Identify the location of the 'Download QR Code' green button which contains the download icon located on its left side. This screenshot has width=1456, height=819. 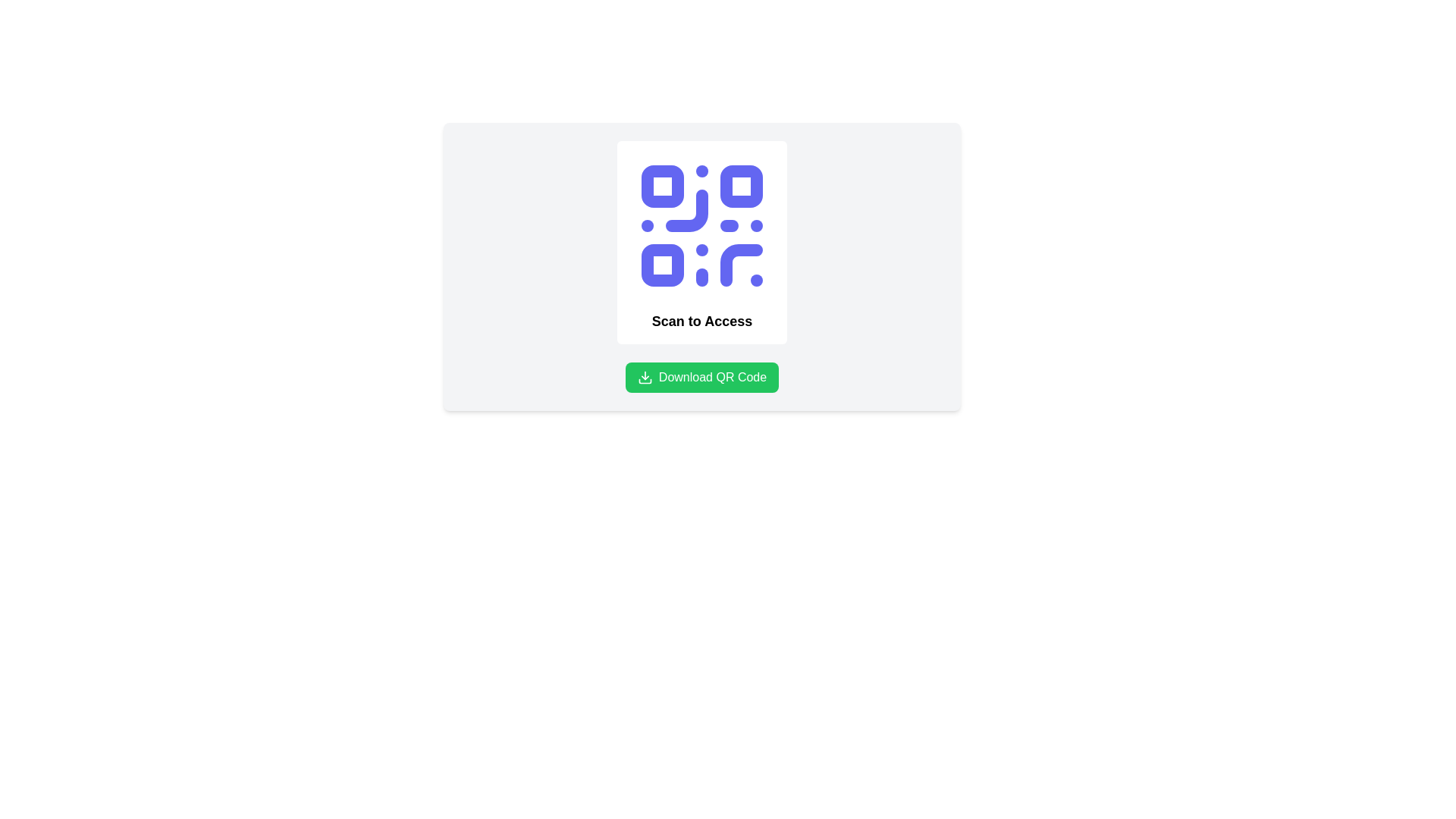
(645, 376).